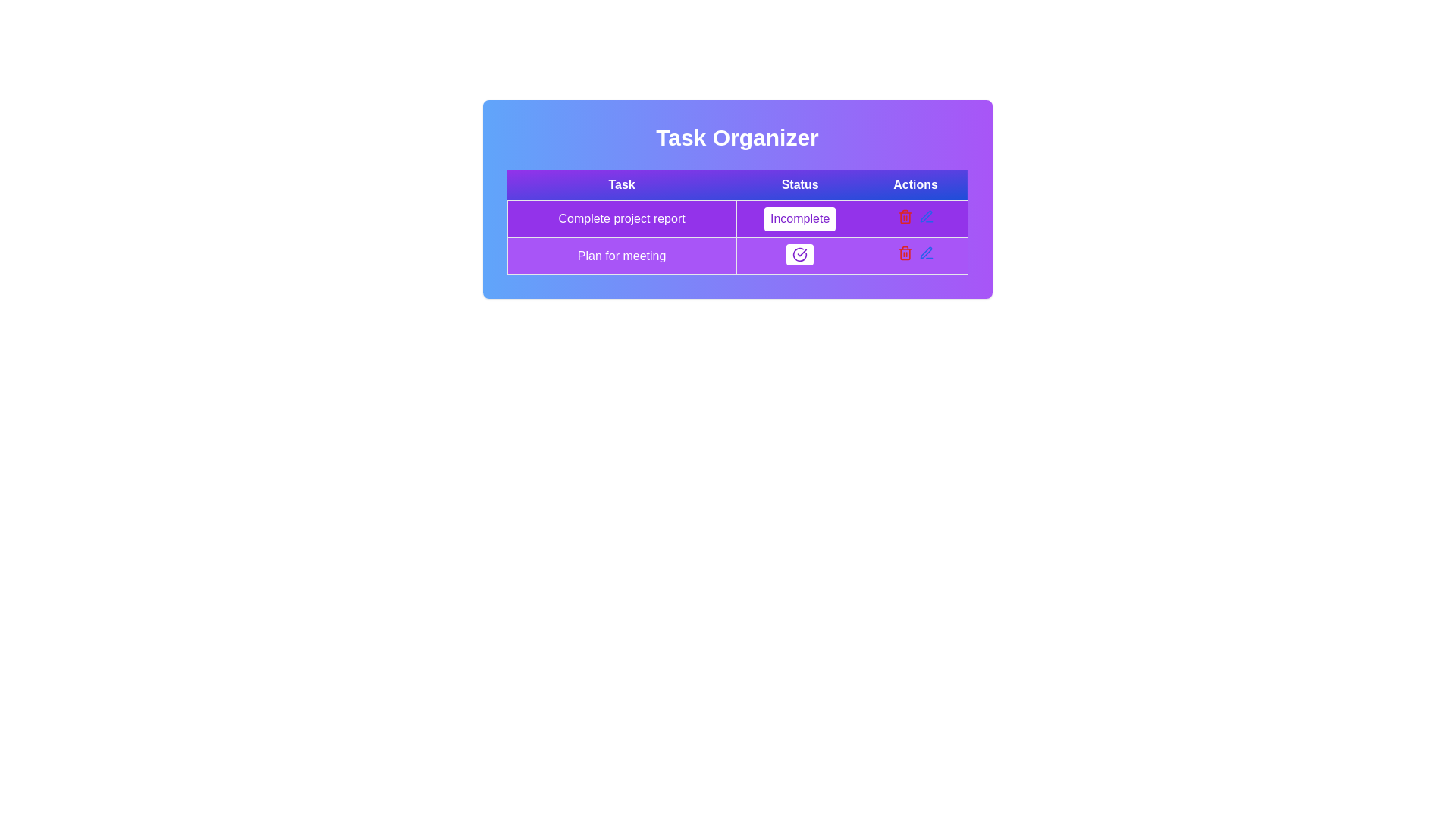 The image size is (1456, 819). Describe the element at coordinates (905, 253) in the screenshot. I see `the trash bin icon in the Actions column of the second row` at that location.